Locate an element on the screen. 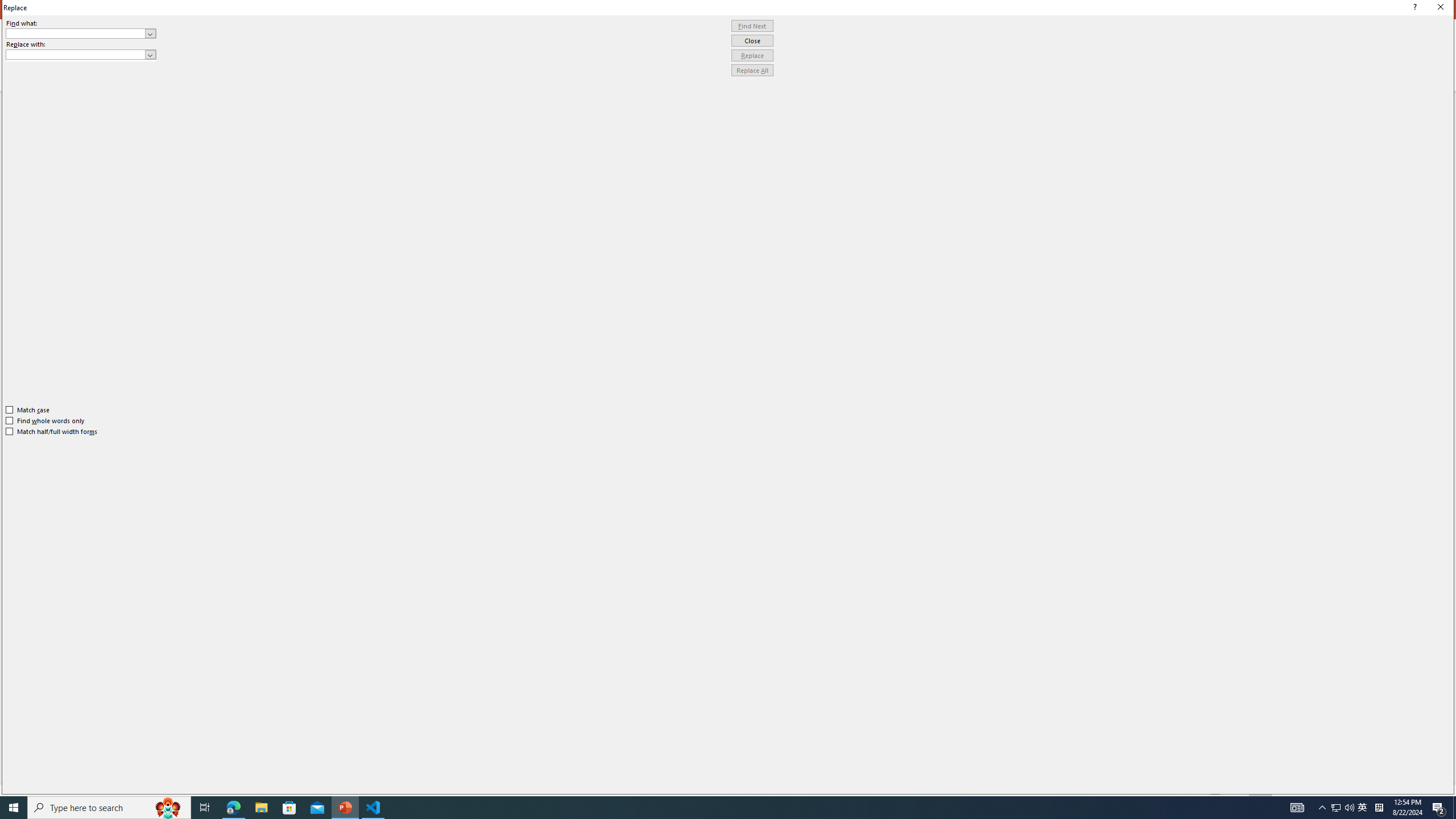 This screenshot has width=1456, height=819. 'Find what' is located at coordinates (81, 33).